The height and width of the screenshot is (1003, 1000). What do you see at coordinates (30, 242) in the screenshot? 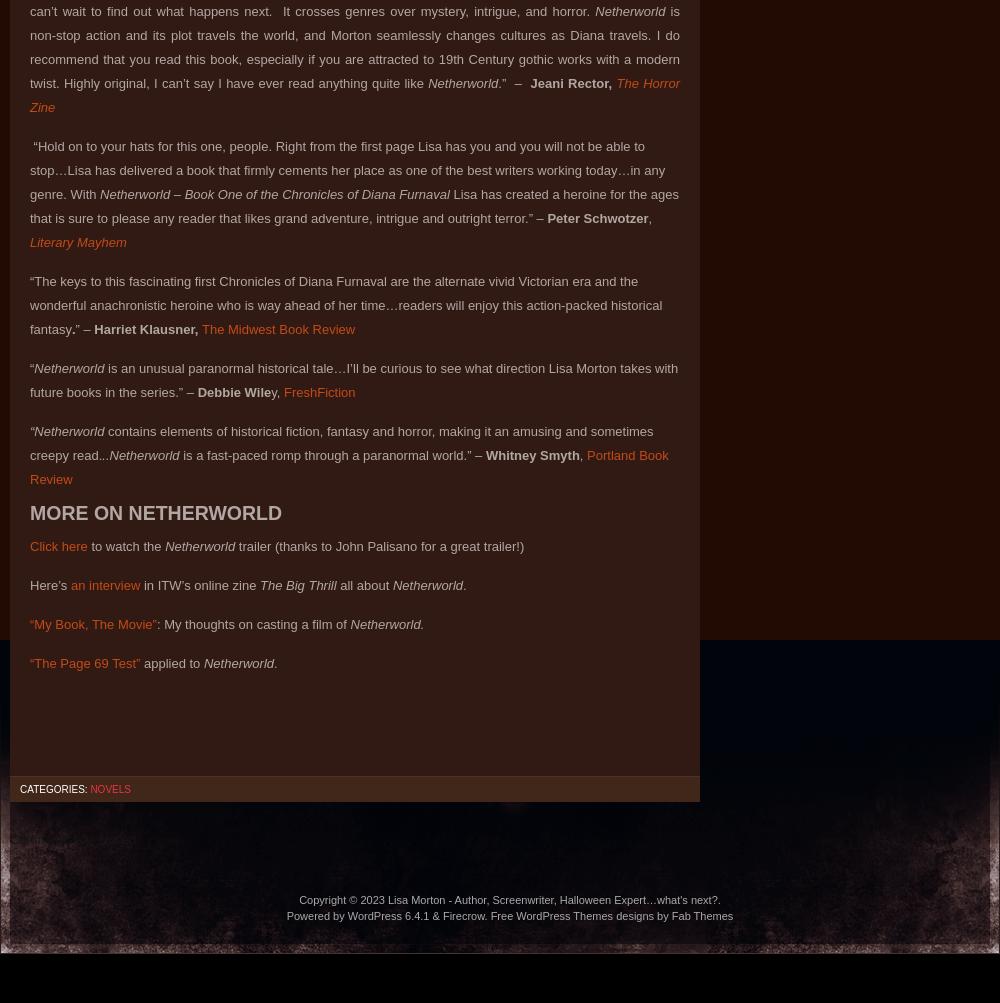
I see `'Literary Mayhem'` at bounding box center [30, 242].